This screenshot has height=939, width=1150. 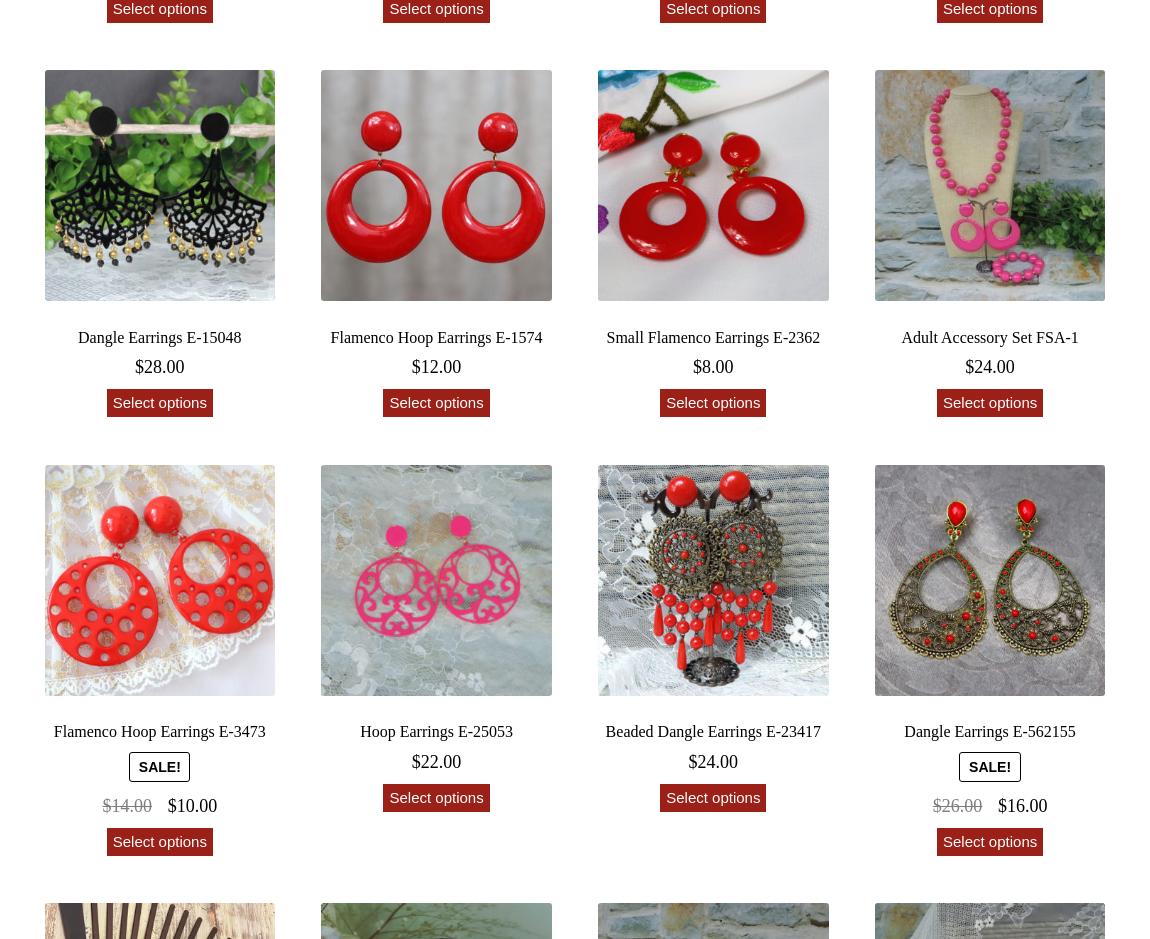 What do you see at coordinates (941, 805) in the screenshot?
I see `'26.00'` at bounding box center [941, 805].